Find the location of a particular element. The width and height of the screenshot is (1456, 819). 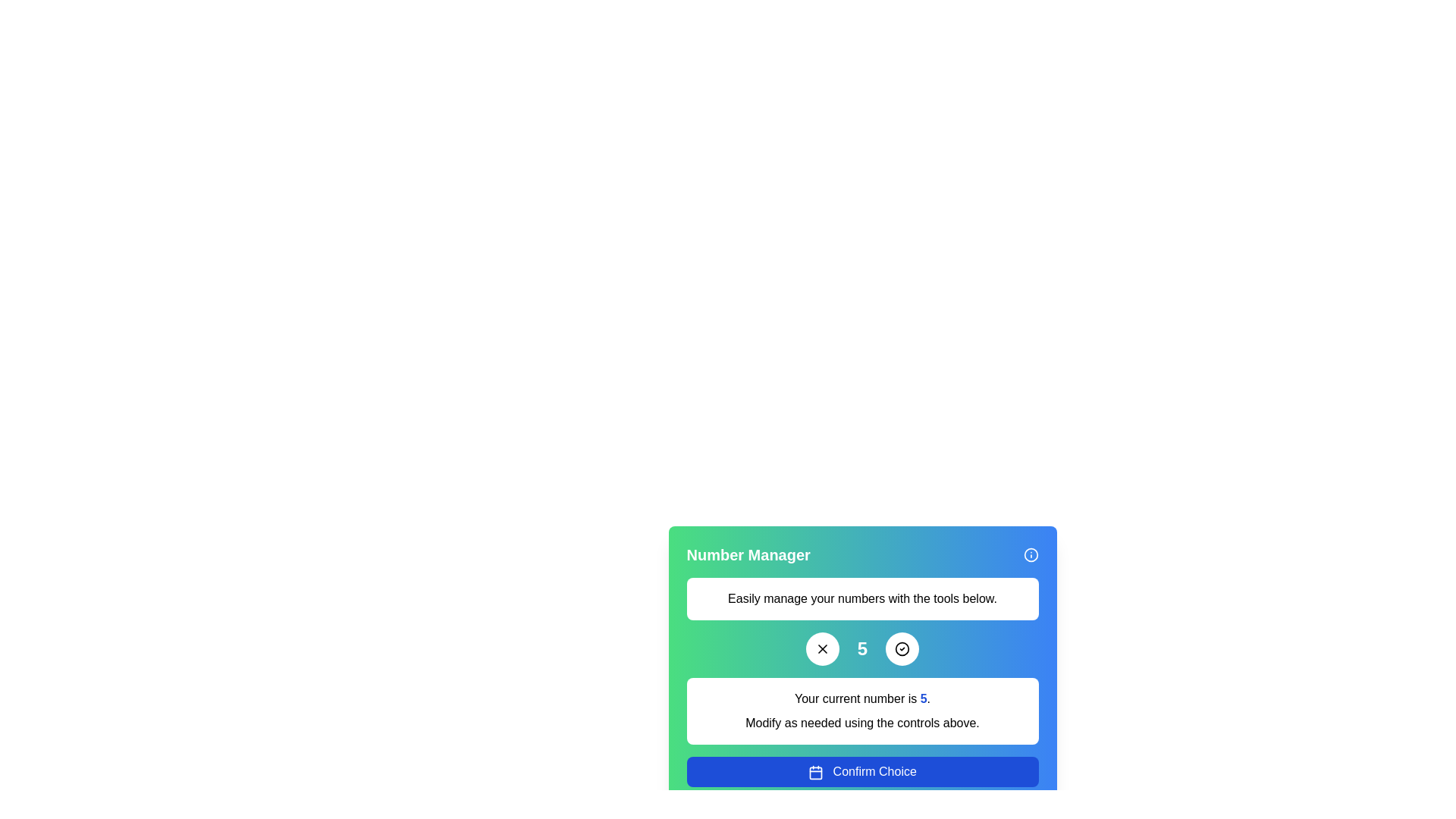

the decorative calendar icon located inside the 'Confirm Choice' button, adjacent to the text 'Confirm Choice.' is located at coordinates (815, 772).